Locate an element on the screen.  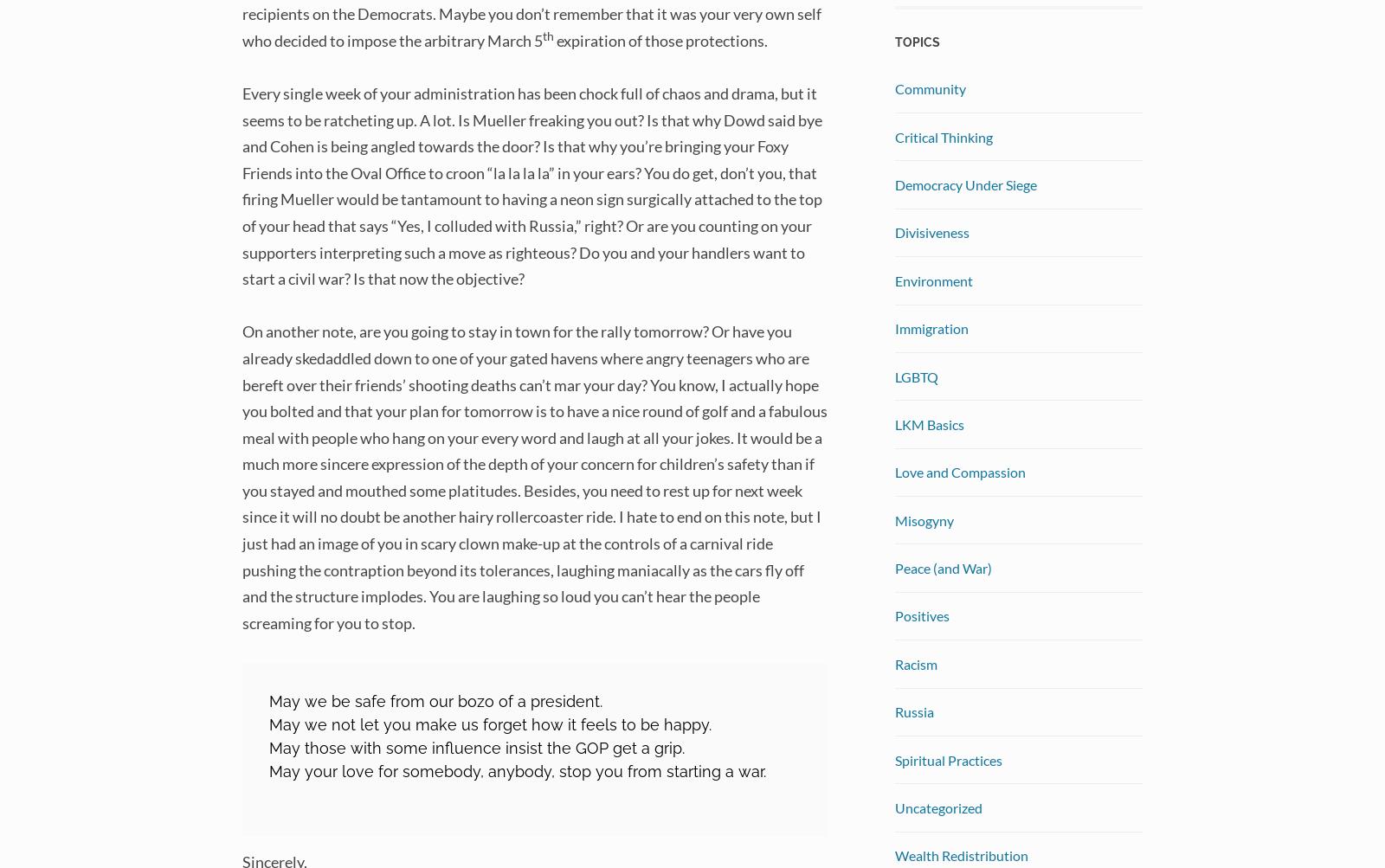
'Community' is located at coordinates (894, 87).